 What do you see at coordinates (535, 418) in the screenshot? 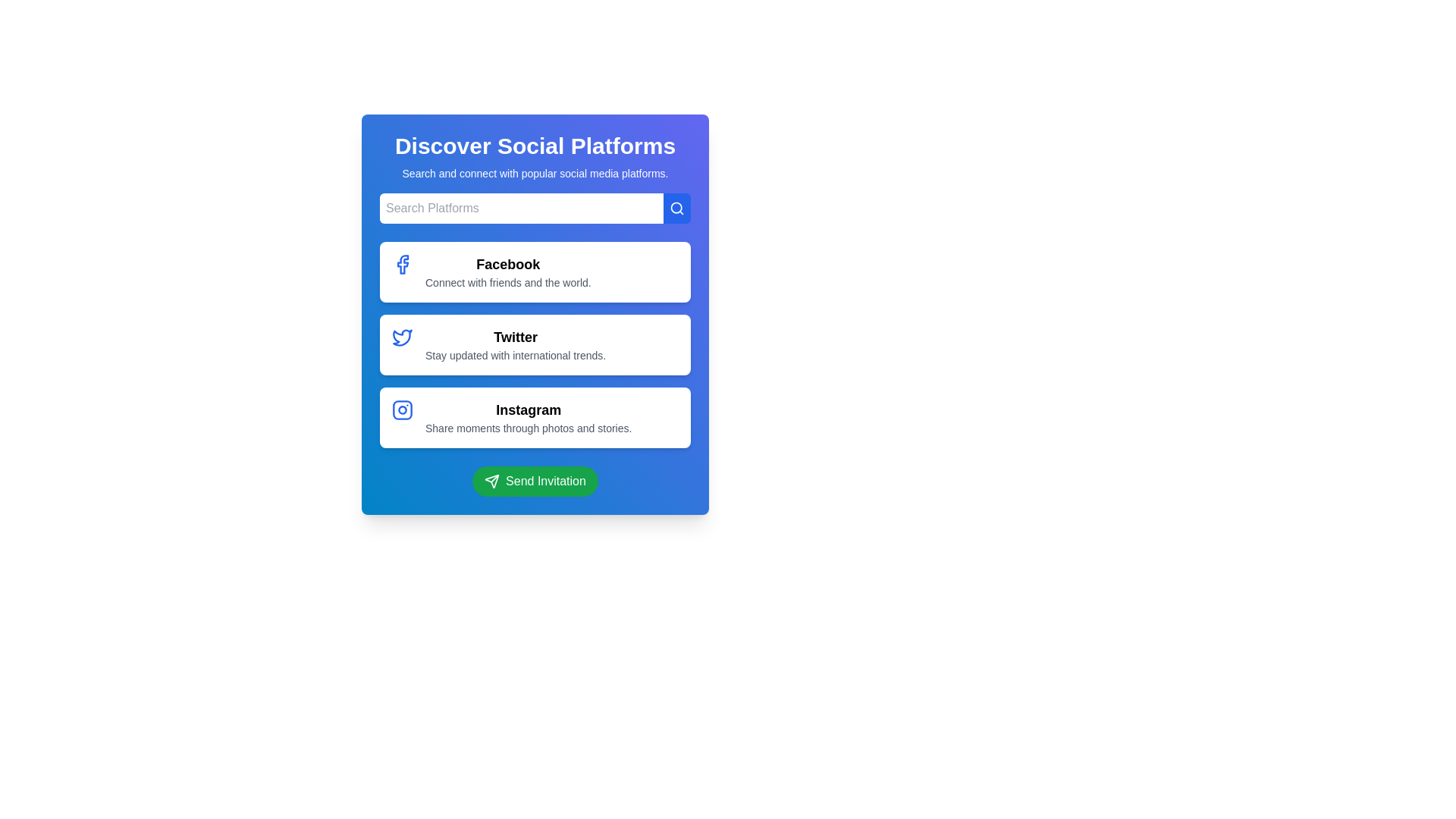
I see `the third informational card about Instagram, which is centrally located in a vertical list of similar cards that includes Facebook and Twitter` at bounding box center [535, 418].